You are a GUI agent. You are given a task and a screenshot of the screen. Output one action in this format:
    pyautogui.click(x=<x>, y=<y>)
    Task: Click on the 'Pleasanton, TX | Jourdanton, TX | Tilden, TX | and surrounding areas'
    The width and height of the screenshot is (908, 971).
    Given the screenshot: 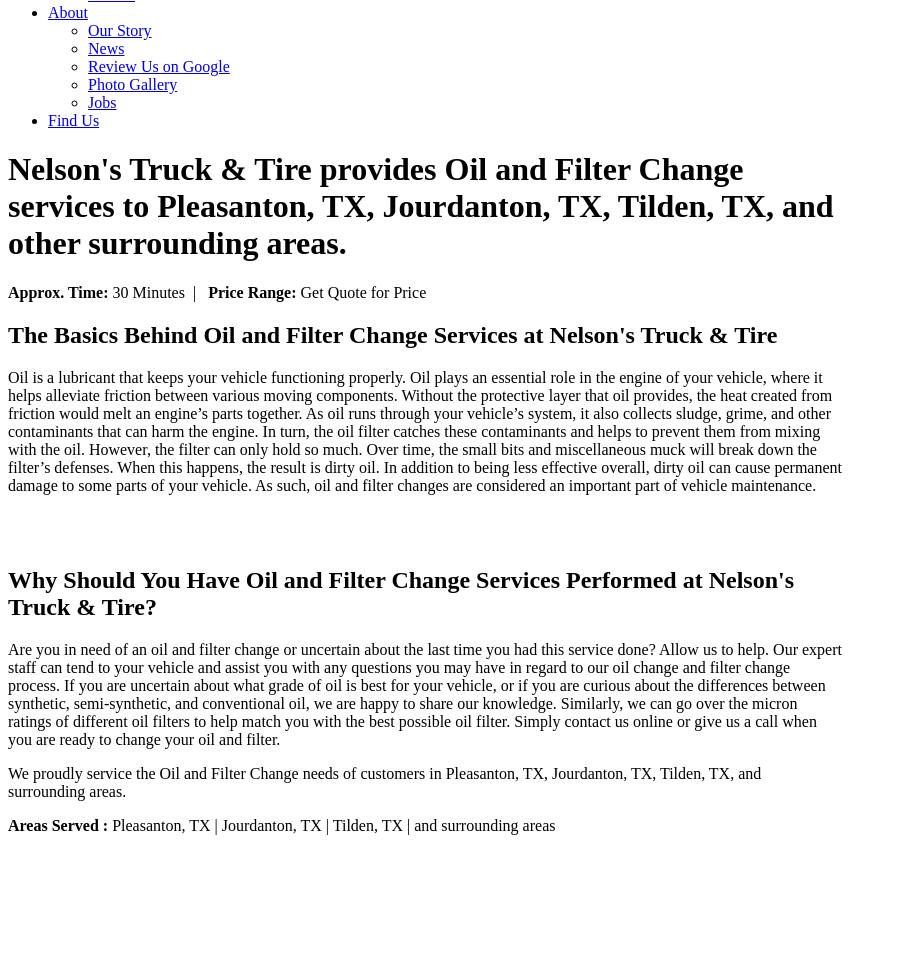 What is the action you would take?
    pyautogui.click(x=110, y=823)
    